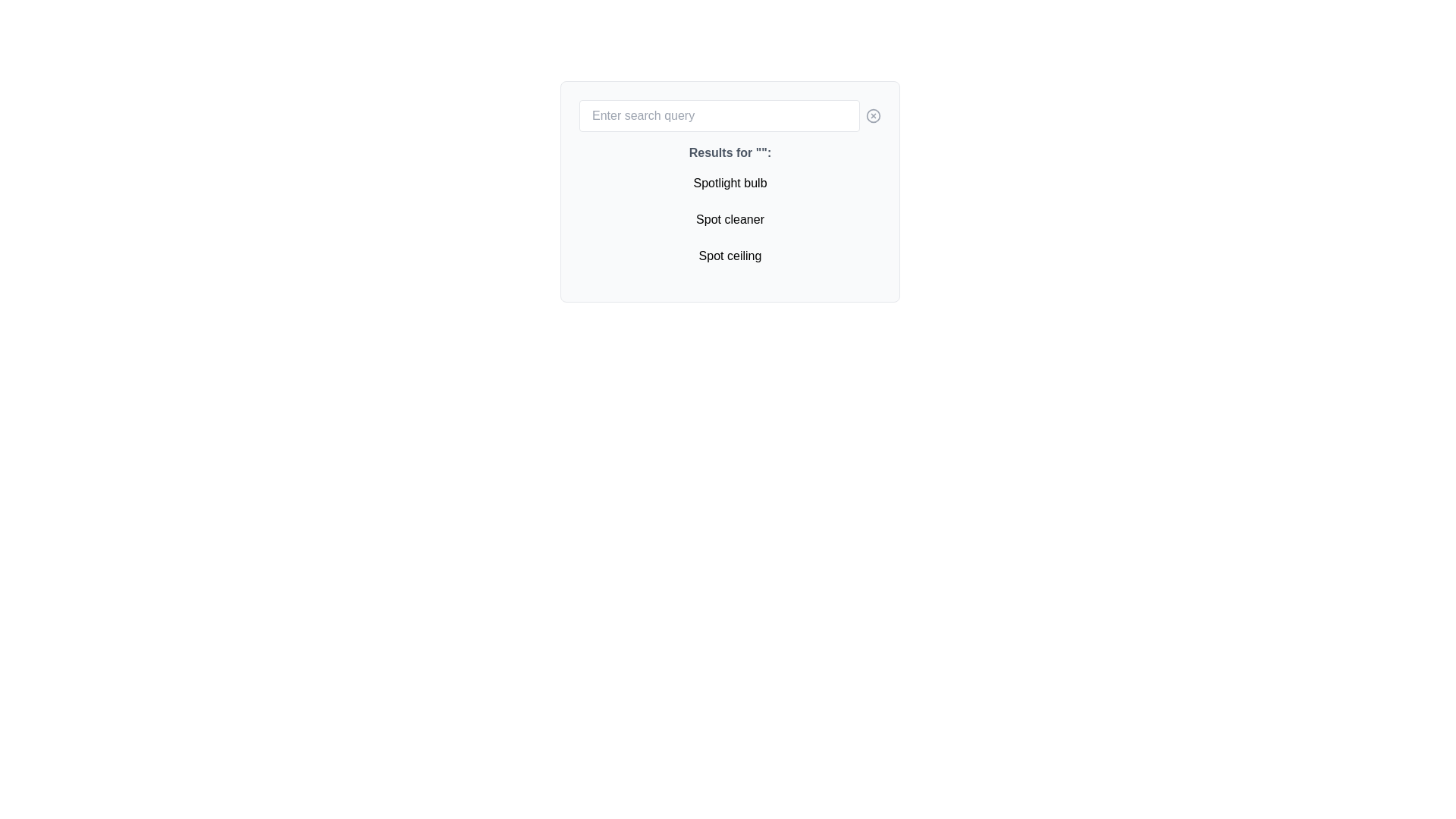  What do you see at coordinates (726, 182) in the screenshot?
I see `character 'g' from the text 'Spotlight bulb' displayed in the first item of the vertically oriented list below the search input box` at bounding box center [726, 182].